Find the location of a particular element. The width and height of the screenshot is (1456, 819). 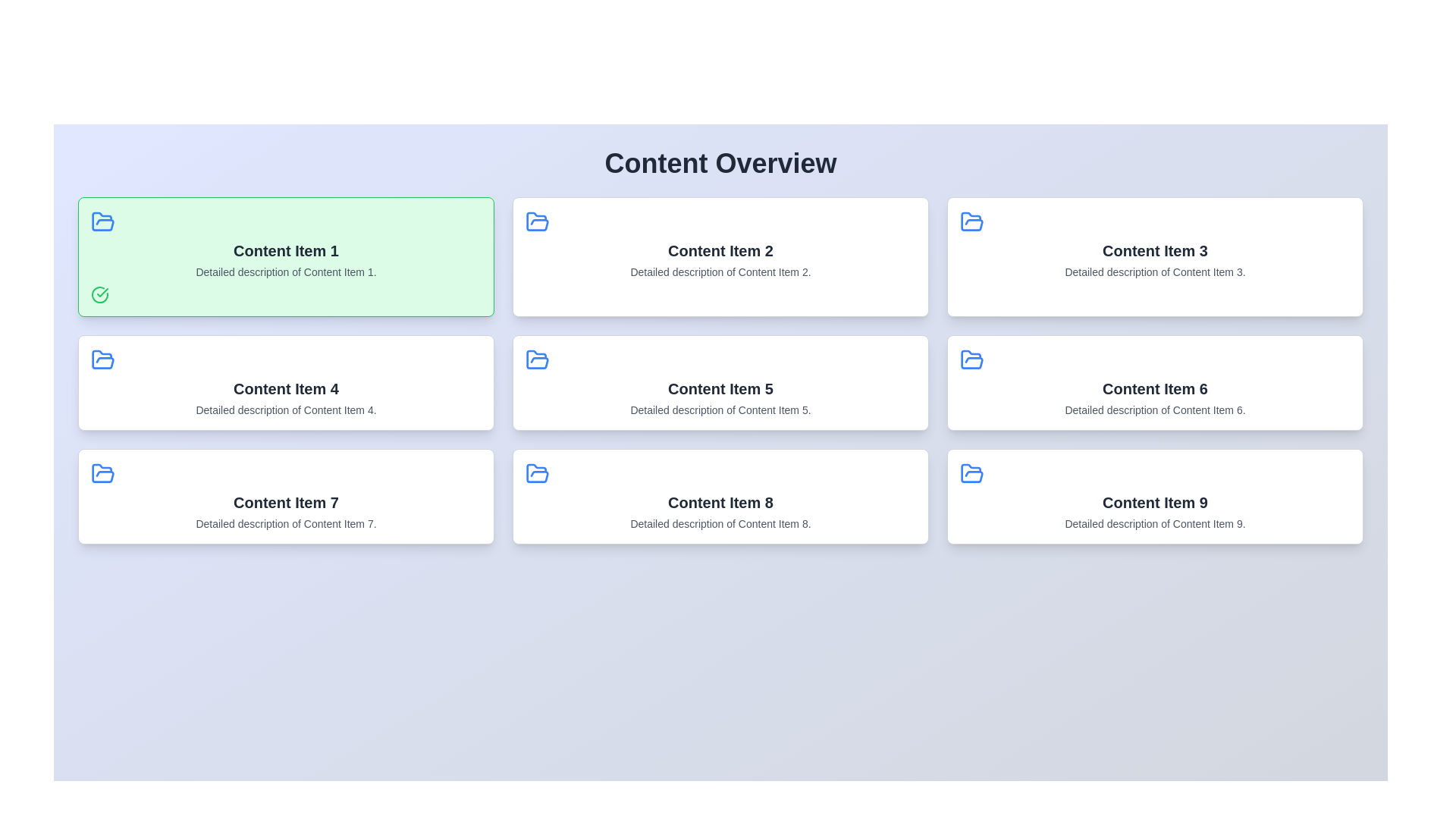

the green-colored checkmark icon within a circle, positioned in the leftmost section of the interface, corresponding to 'Content Item 1' is located at coordinates (102, 292).